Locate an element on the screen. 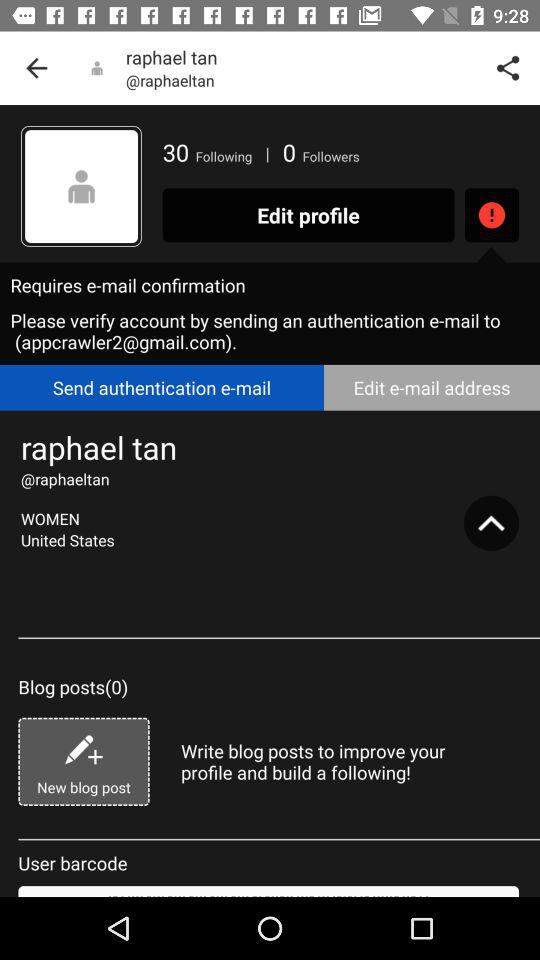 The width and height of the screenshot is (540, 960). the expand_less icon is located at coordinates (490, 522).